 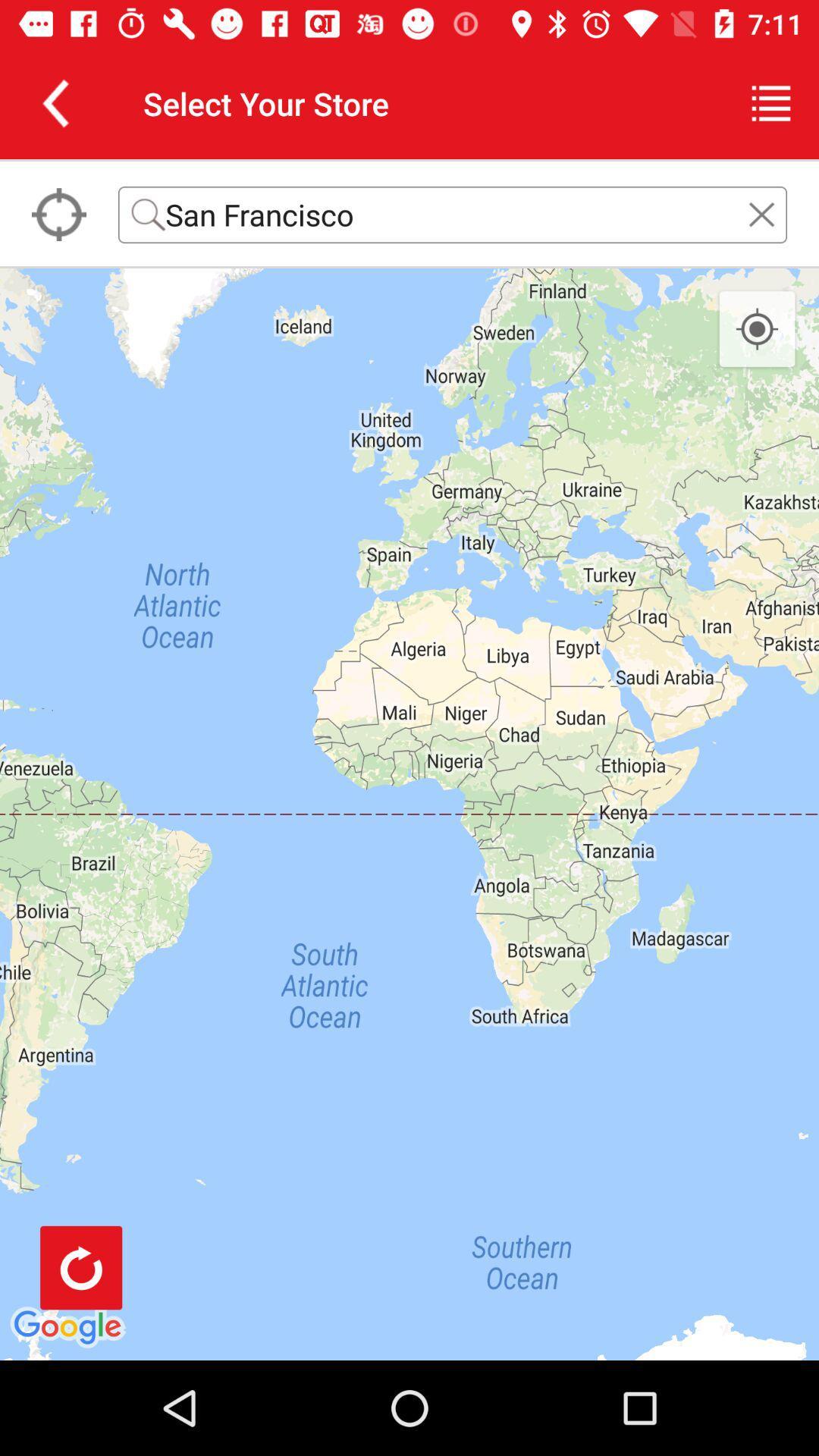 I want to click on the location_crosshair icon, so click(x=58, y=214).